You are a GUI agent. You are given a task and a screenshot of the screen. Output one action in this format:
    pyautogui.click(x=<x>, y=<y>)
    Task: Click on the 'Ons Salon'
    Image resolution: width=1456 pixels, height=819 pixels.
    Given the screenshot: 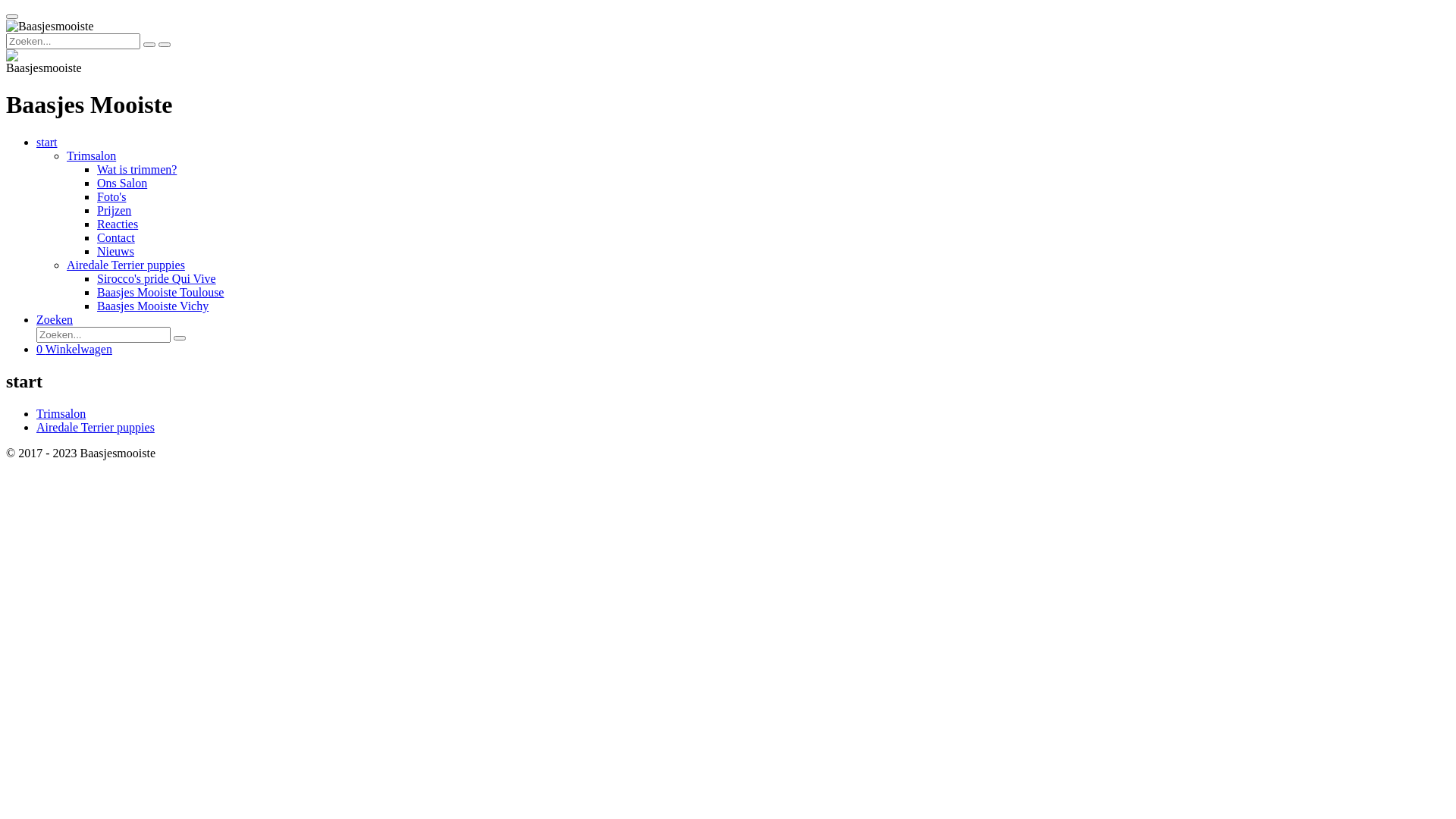 What is the action you would take?
    pyautogui.click(x=122, y=182)
    